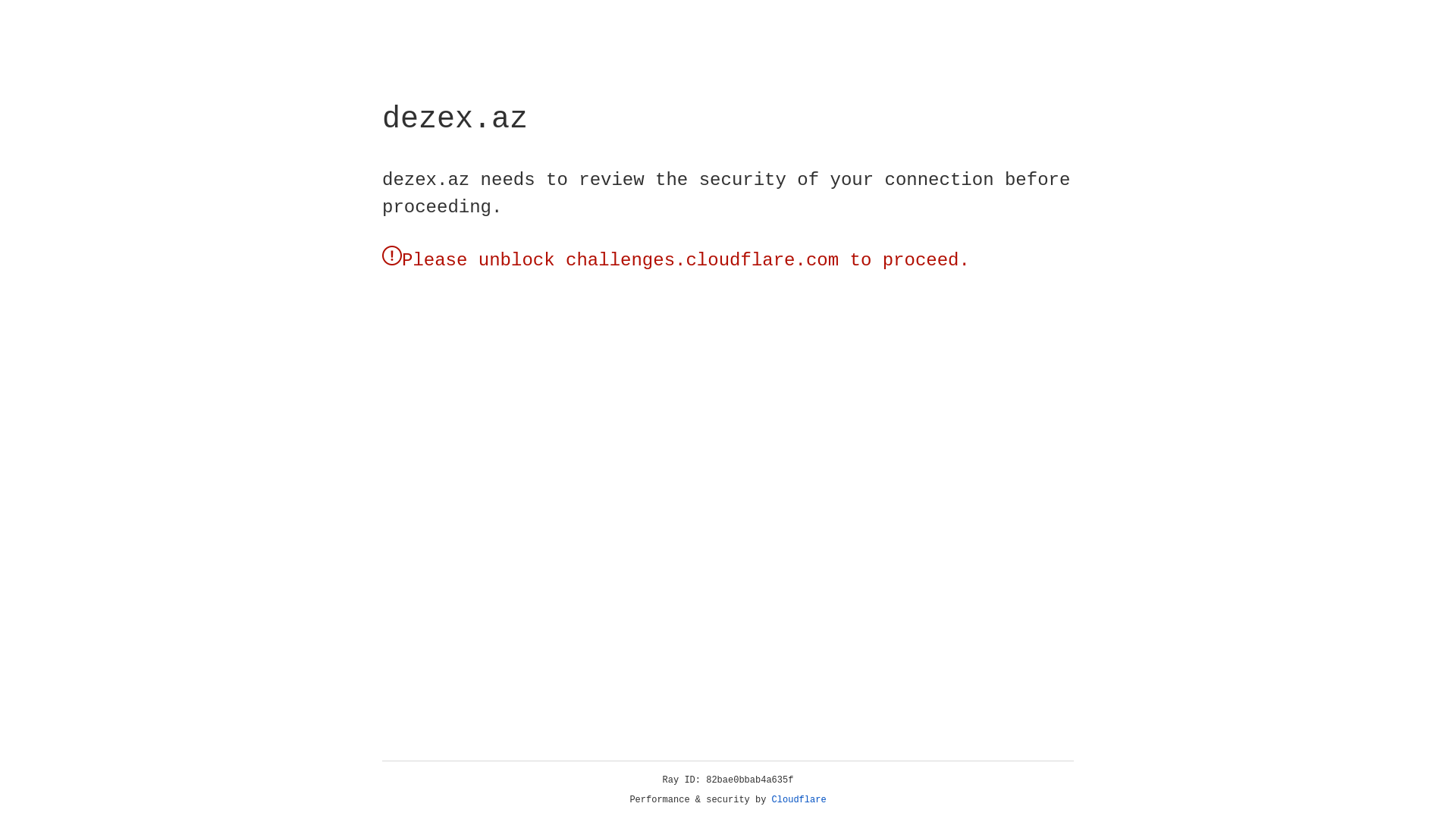 The image size is (1456, 819). What do you see at coordinates (799, 799) in the screenshot?
I see `'Cloudflare'` at bounding box center [799, 799].